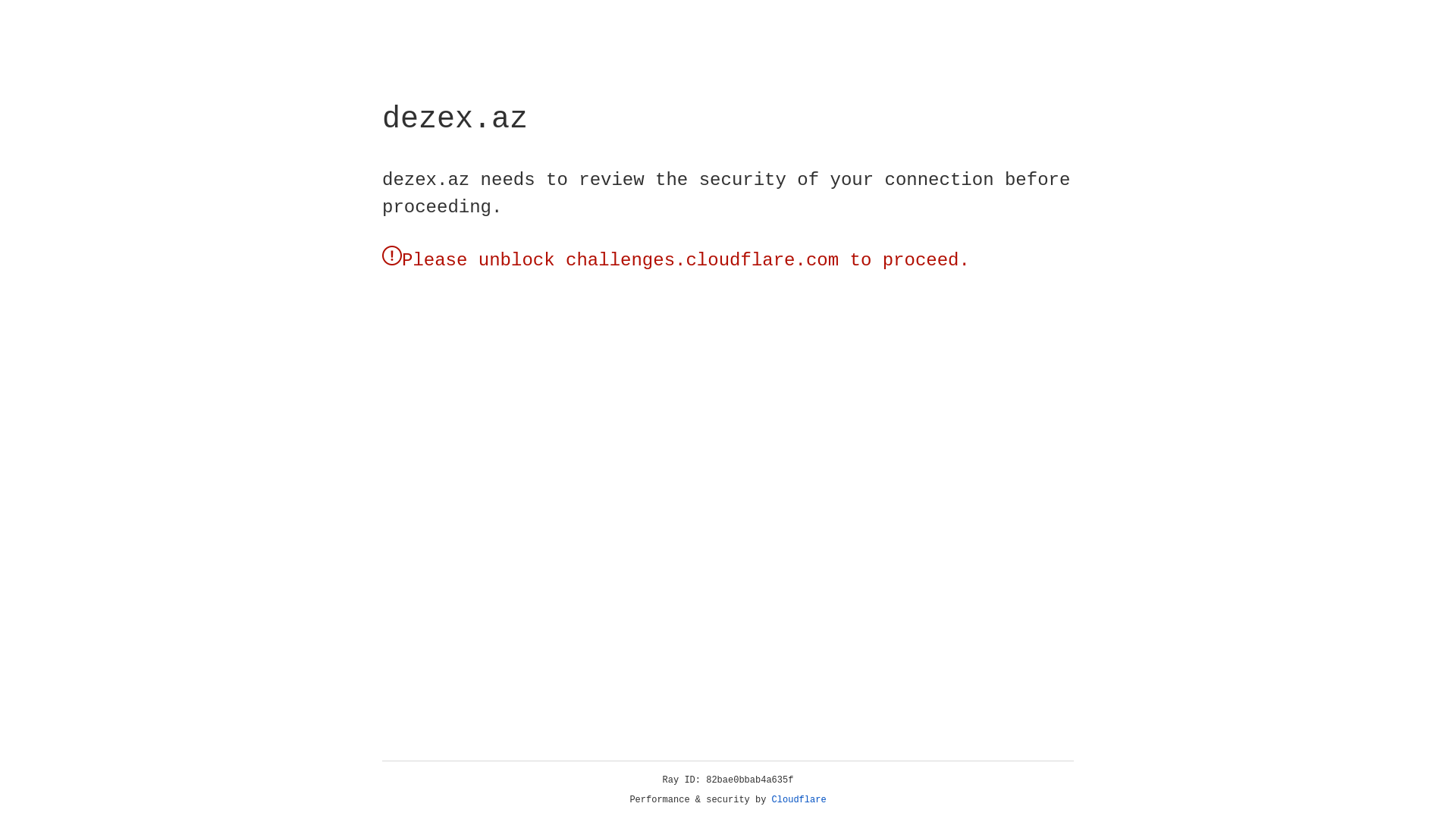 The image size is (1456, 819). What do you see at coordinates (799, 799) in the screenshot?
I see `'Cloudflare'` at bounding box center [799, 799].